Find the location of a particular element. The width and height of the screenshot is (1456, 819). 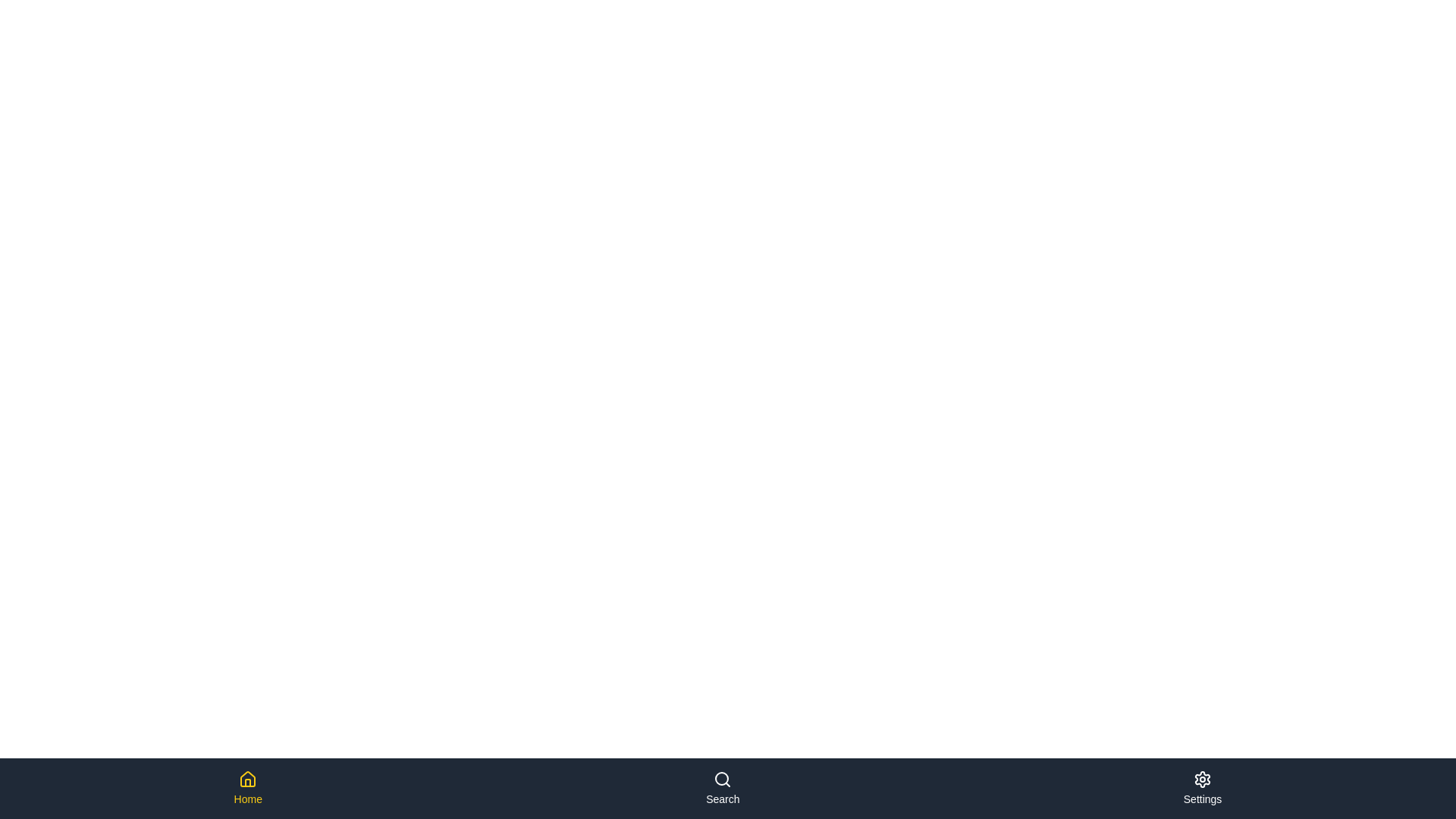

the navigation item Home to switch views is located at coordinates (247, 788).